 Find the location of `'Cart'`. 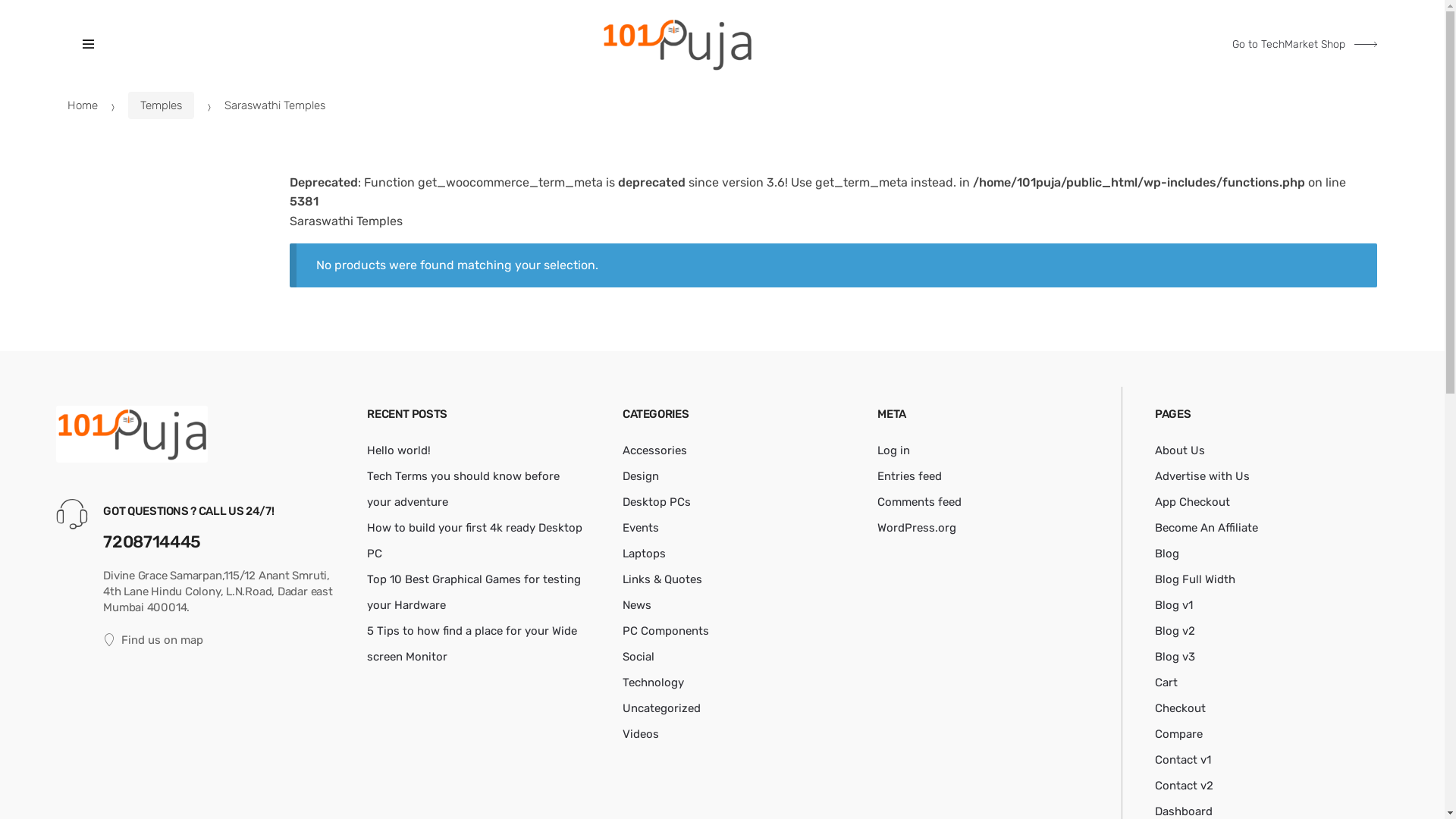

'Cart' is located at coordinates (1165, 681).